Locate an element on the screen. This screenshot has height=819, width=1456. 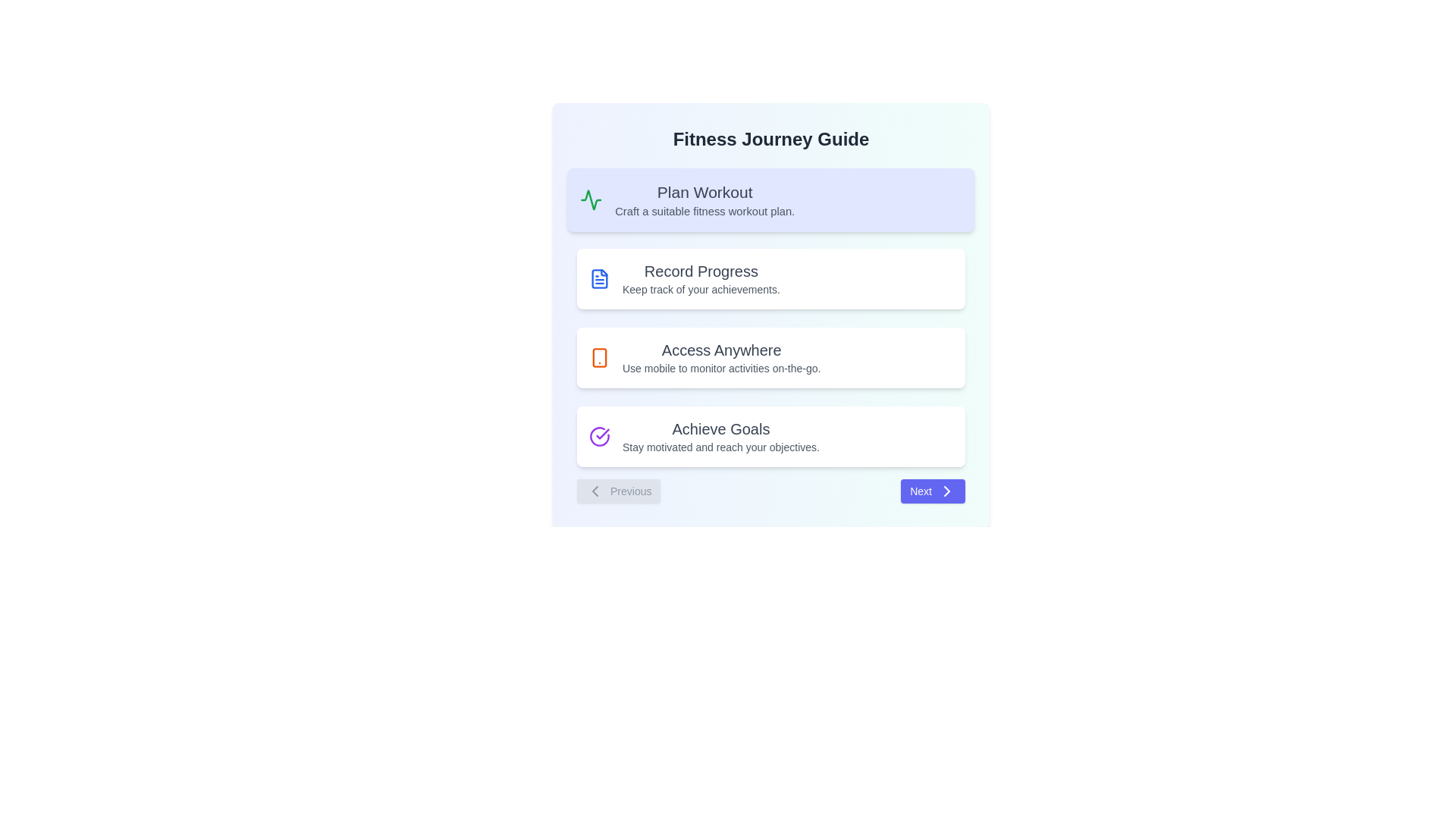
the back arrow icon located near the bottom left corner of the interface, which indicates backward navigation and is positioned just to the left of the 'Previous' button is located at coordinates (595, 491).